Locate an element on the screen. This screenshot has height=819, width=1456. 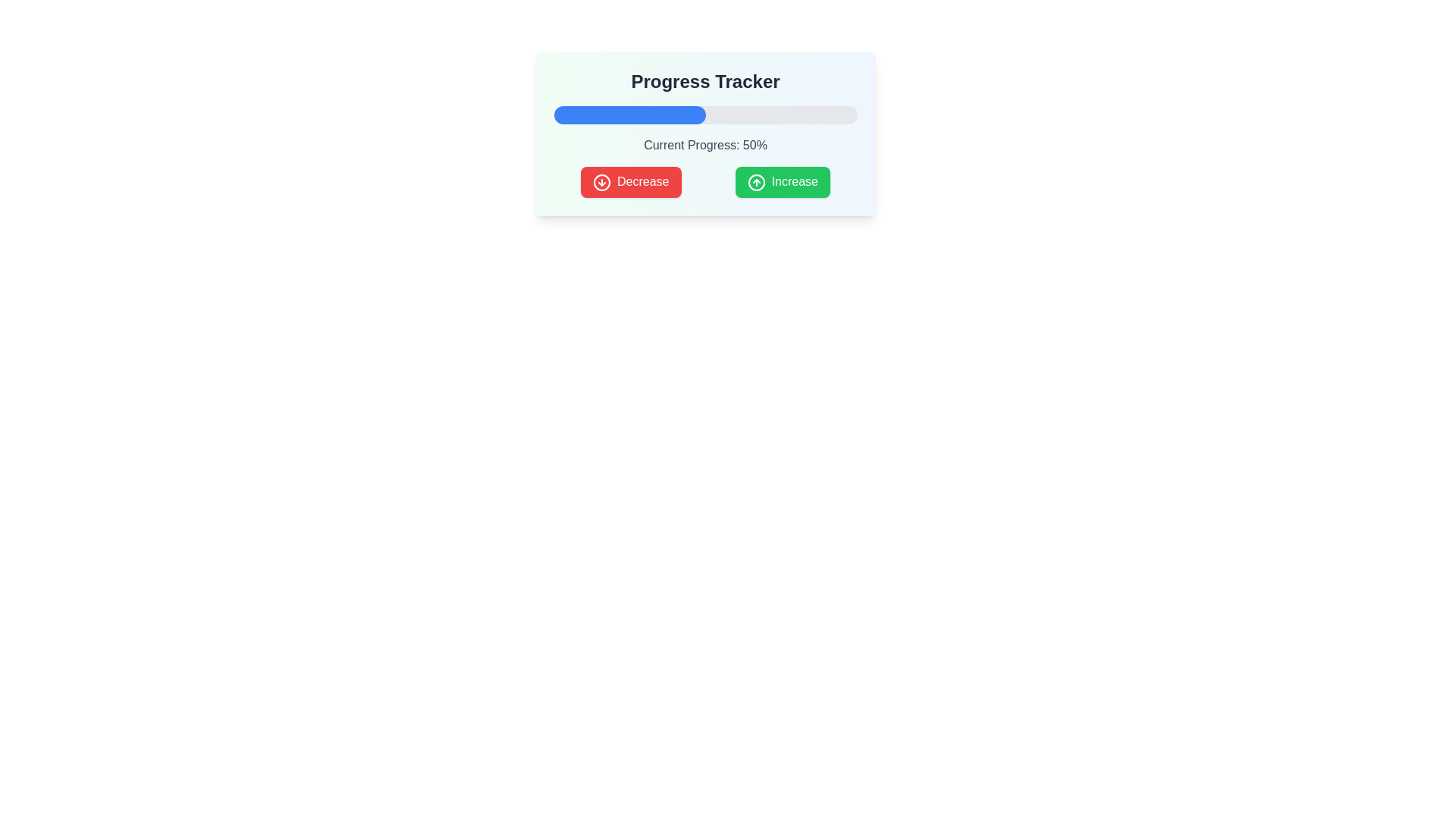
the 'Decrease' button with a red background and white borders, which features bold white text and a downward arrow icon is located at coordinates (631, 181).